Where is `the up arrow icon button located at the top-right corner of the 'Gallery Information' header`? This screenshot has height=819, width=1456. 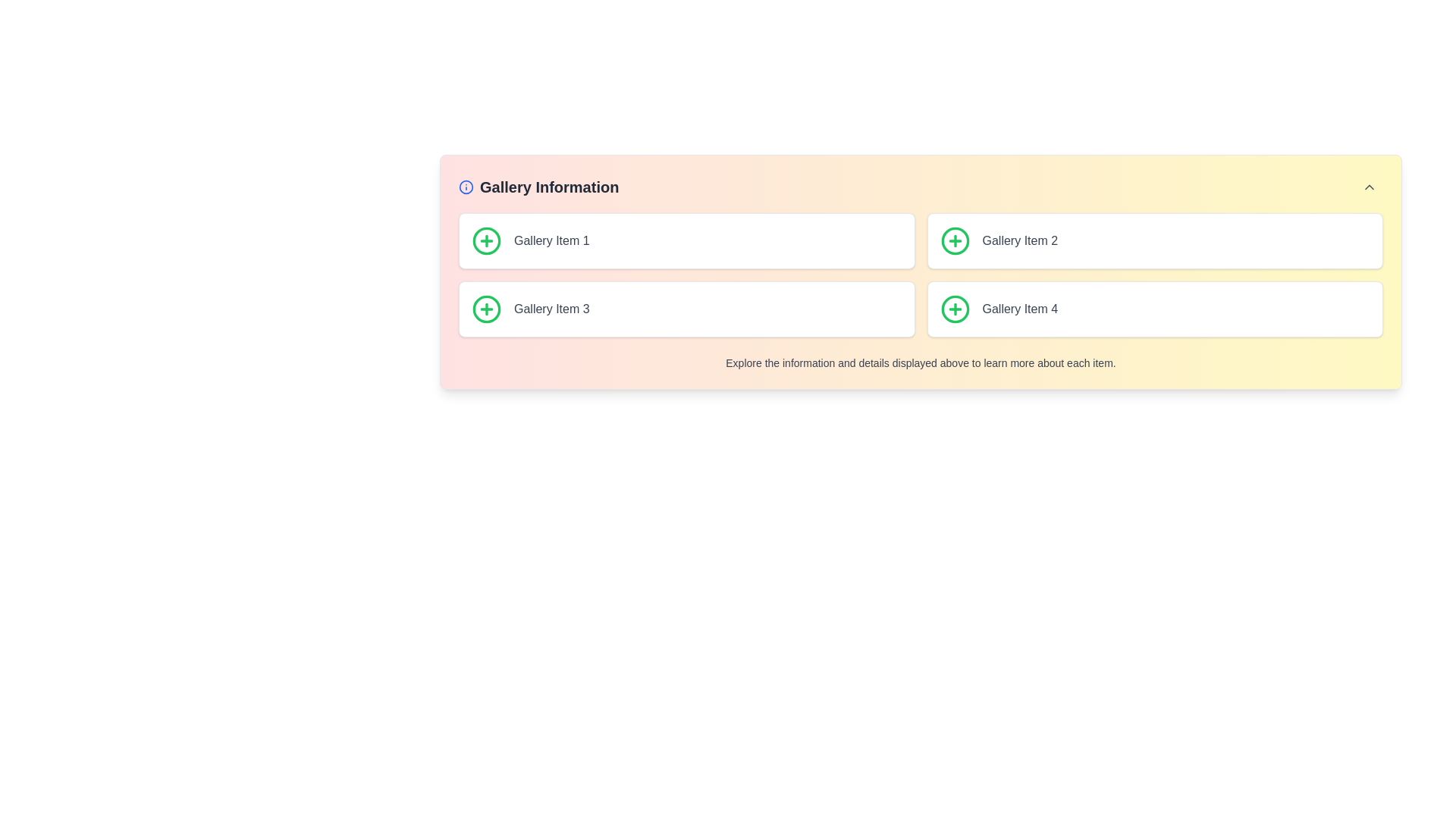 the up arrow icon button located at the top-right corner of the 'Gallery Information' header is located at coordinates (1369, 186).